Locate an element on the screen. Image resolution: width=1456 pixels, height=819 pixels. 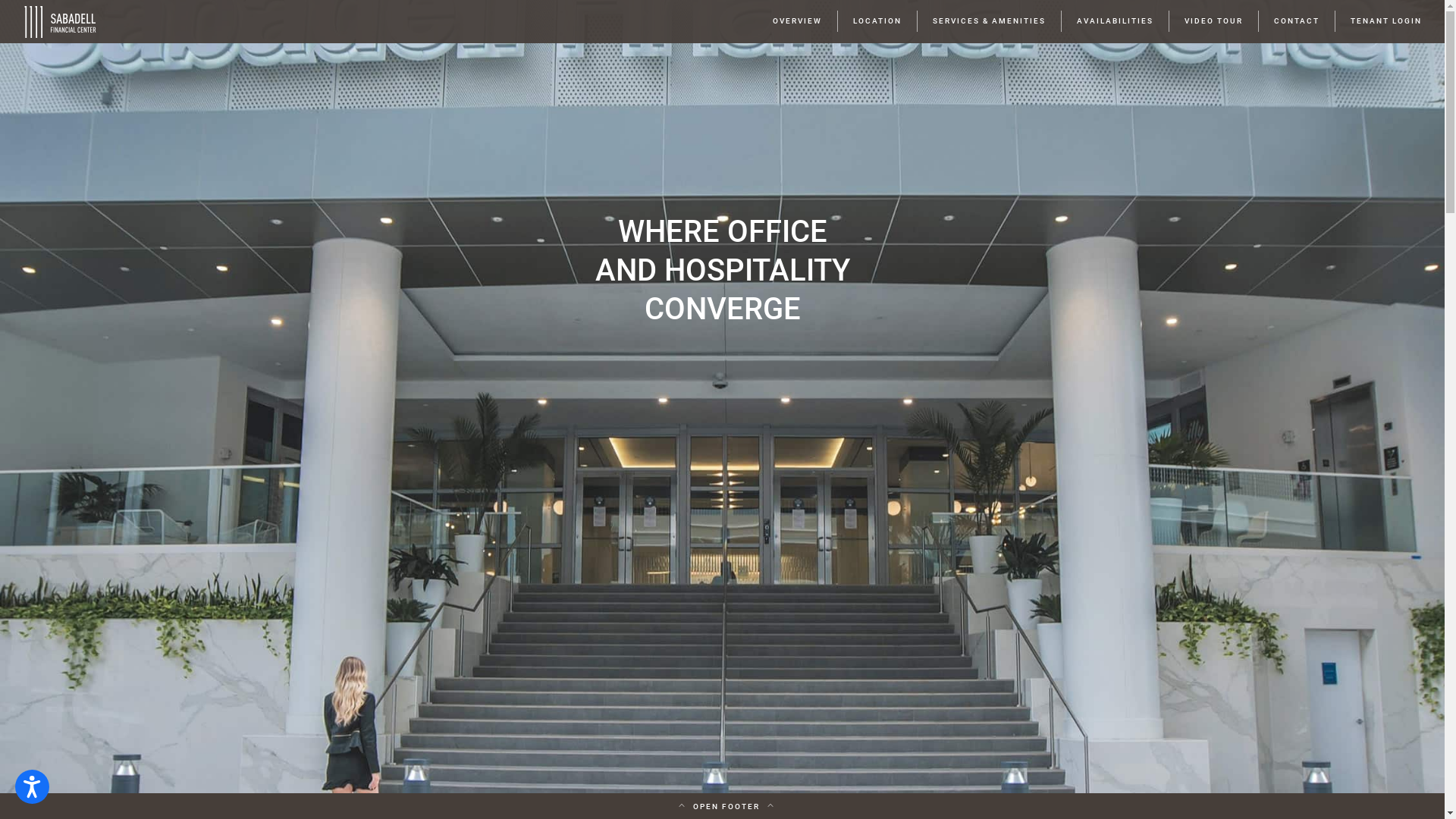
'TENANT LOGIN' is located at coordinates (1386, 20).